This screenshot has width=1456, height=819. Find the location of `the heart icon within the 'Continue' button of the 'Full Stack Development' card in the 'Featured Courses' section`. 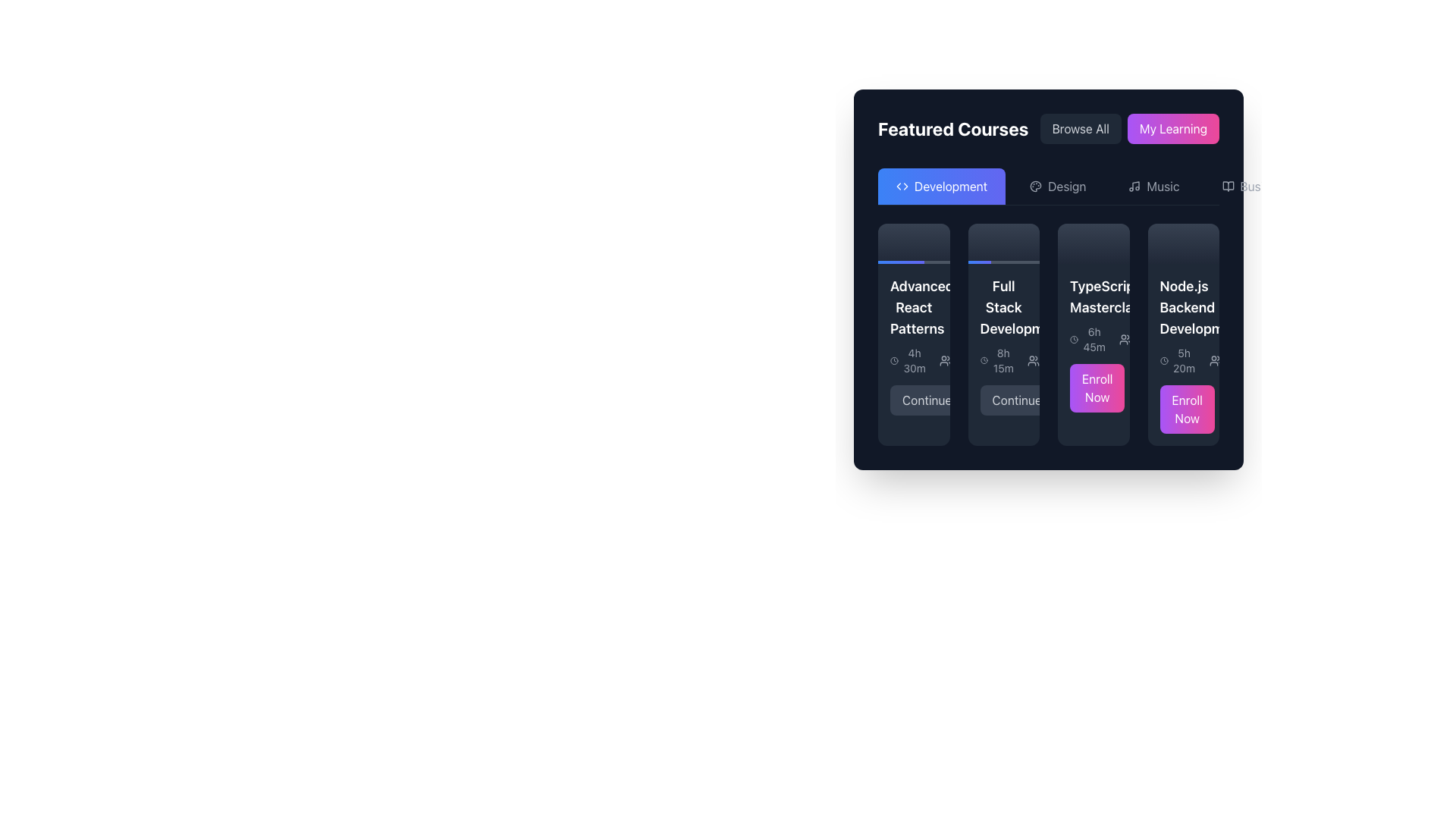

the heart icon within the 'Continue' button of the 'Full Stack Development' card in the 'Featured Courses' section is located at coordinates (977, 400).